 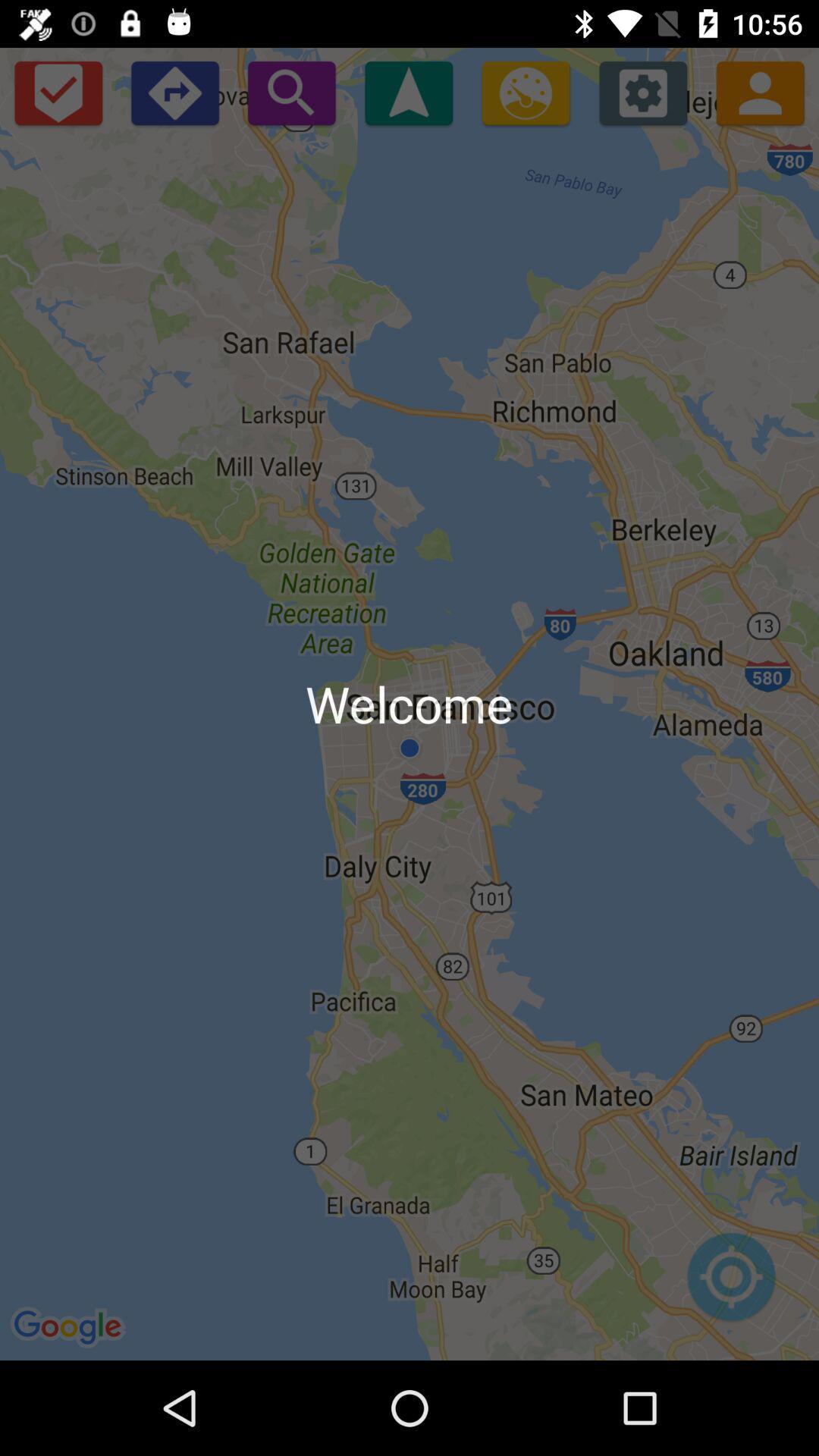 What do you see at coordinates (643, 92) in the screenshot?
I see `settings` at bounding box center [643, 92].